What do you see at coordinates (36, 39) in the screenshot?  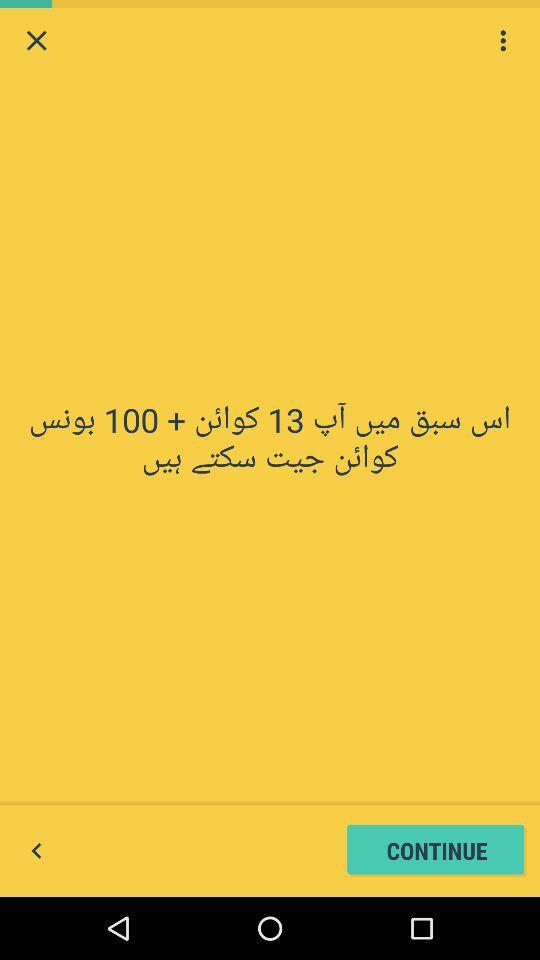 I see `window` at bounding box center [36, 39].